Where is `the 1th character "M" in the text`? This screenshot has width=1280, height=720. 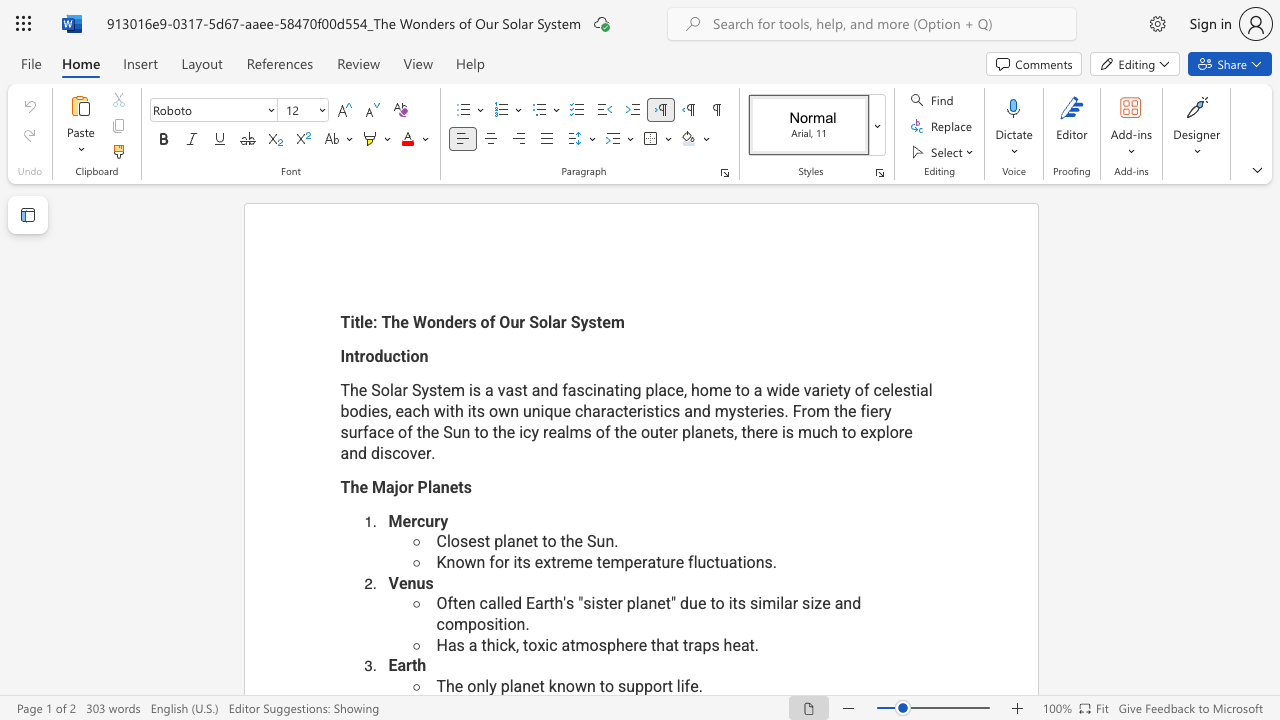 the 1th character "M" in the text is located at coordinates (379, 487).